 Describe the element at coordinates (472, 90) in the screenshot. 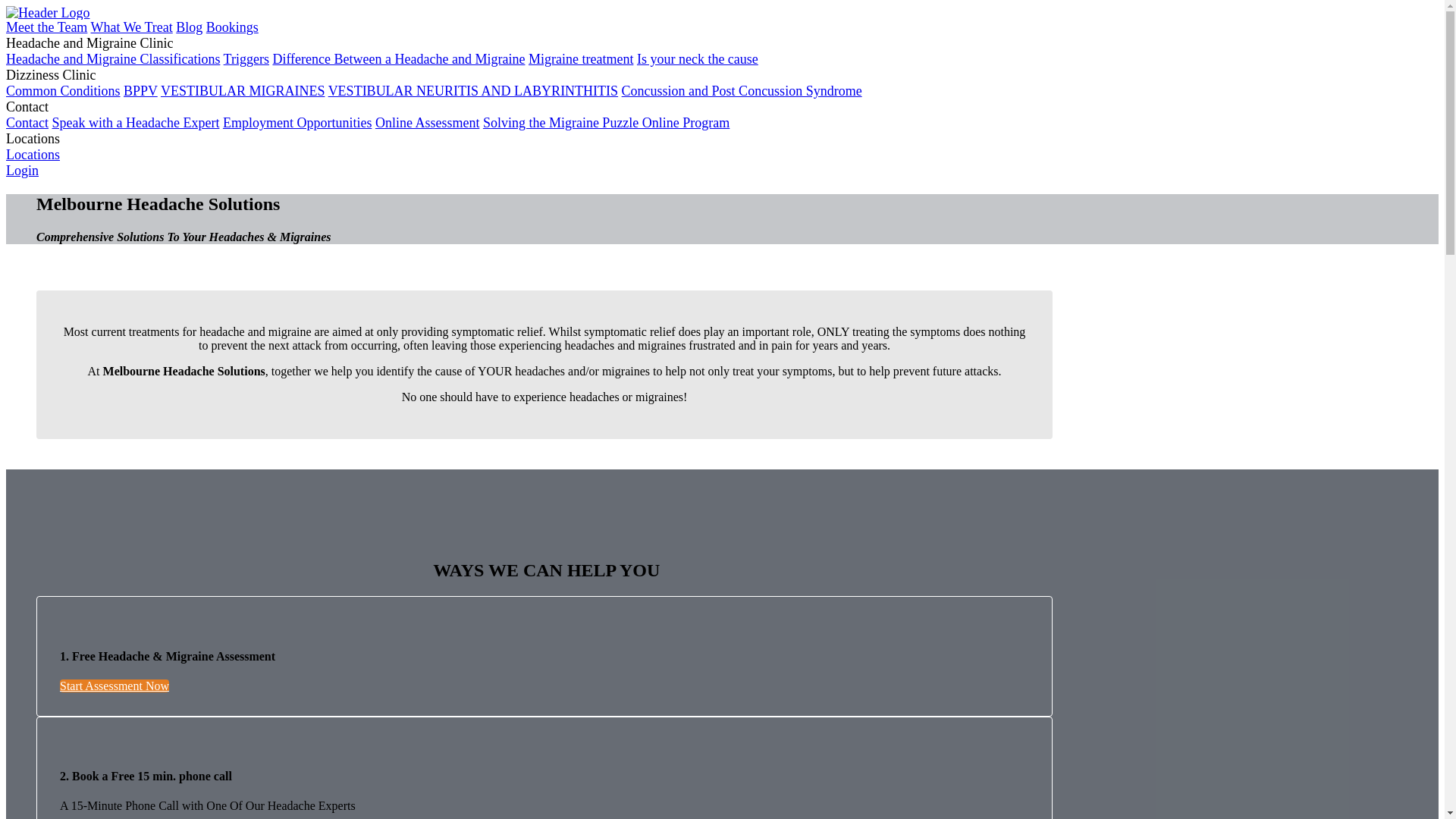

I see `'VESTIBULAR NEURITIS AND LABYRINTHITIS'` at that location.